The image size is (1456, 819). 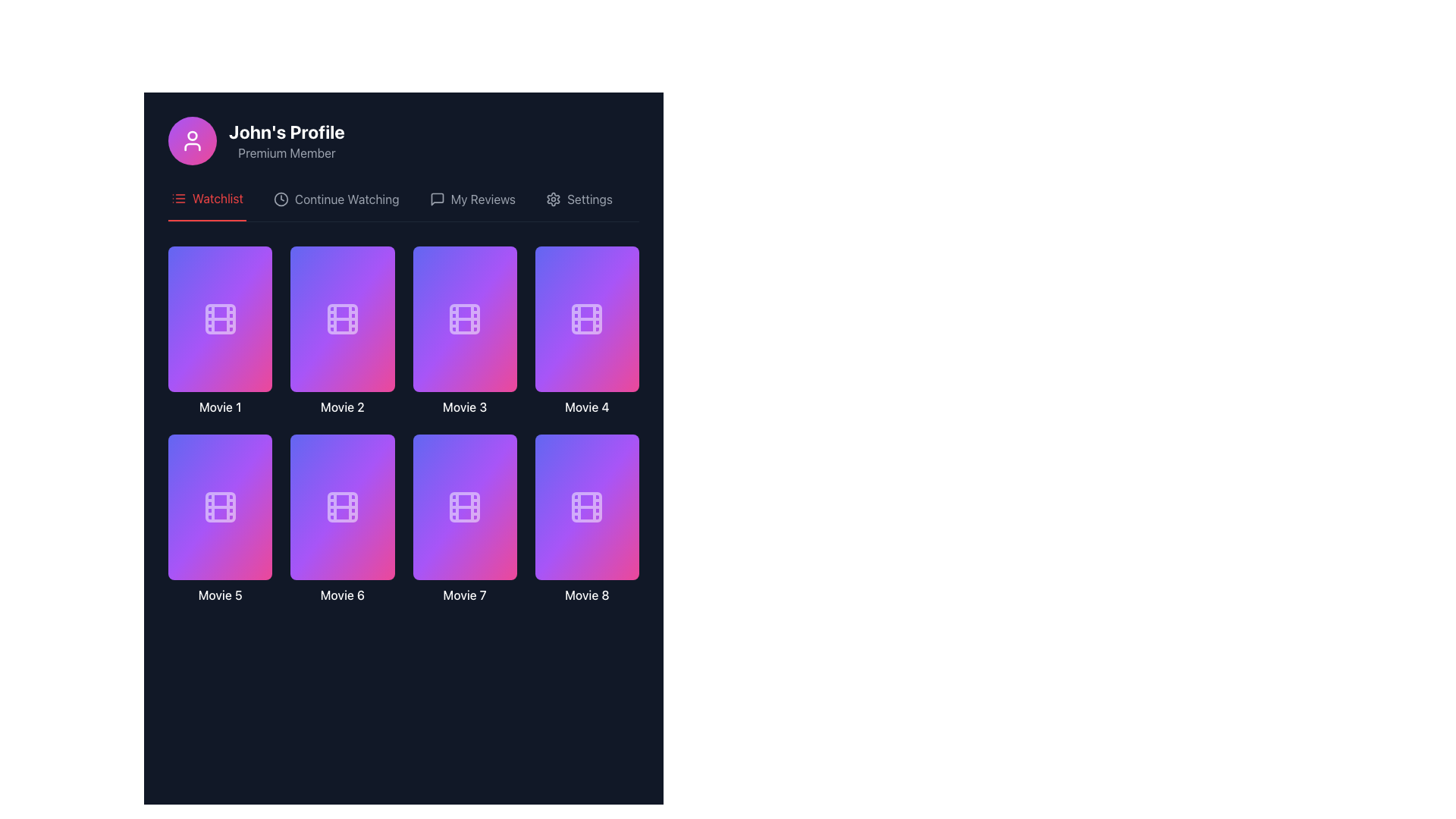 What do you see at coordinates (341, 507) in the screenshot?
I see `the 'Movie 6' media thumbnail to bring focus or display additional information` at bounding box center [341, 507].